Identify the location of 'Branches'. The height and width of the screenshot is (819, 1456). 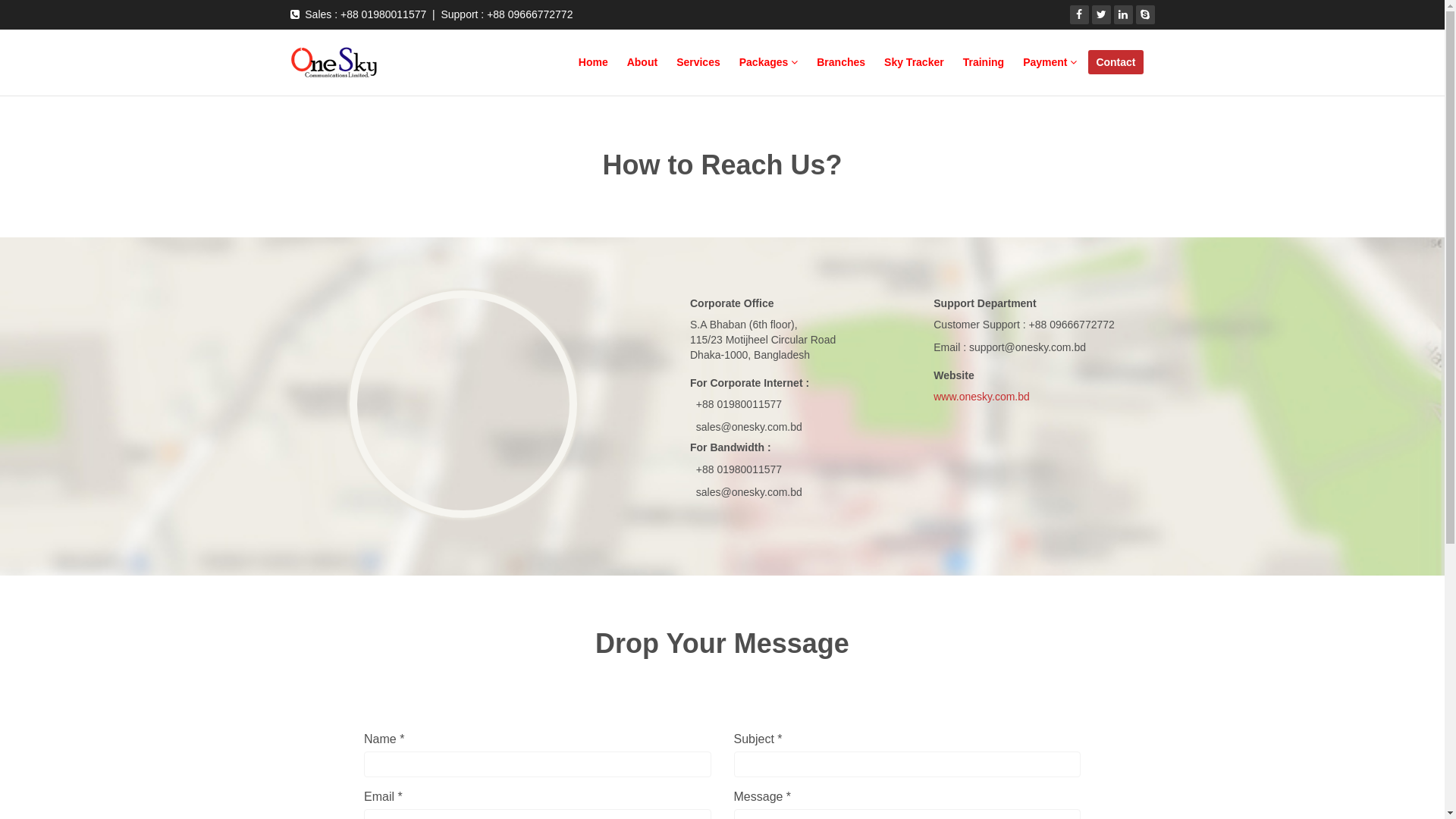
(839, 61).